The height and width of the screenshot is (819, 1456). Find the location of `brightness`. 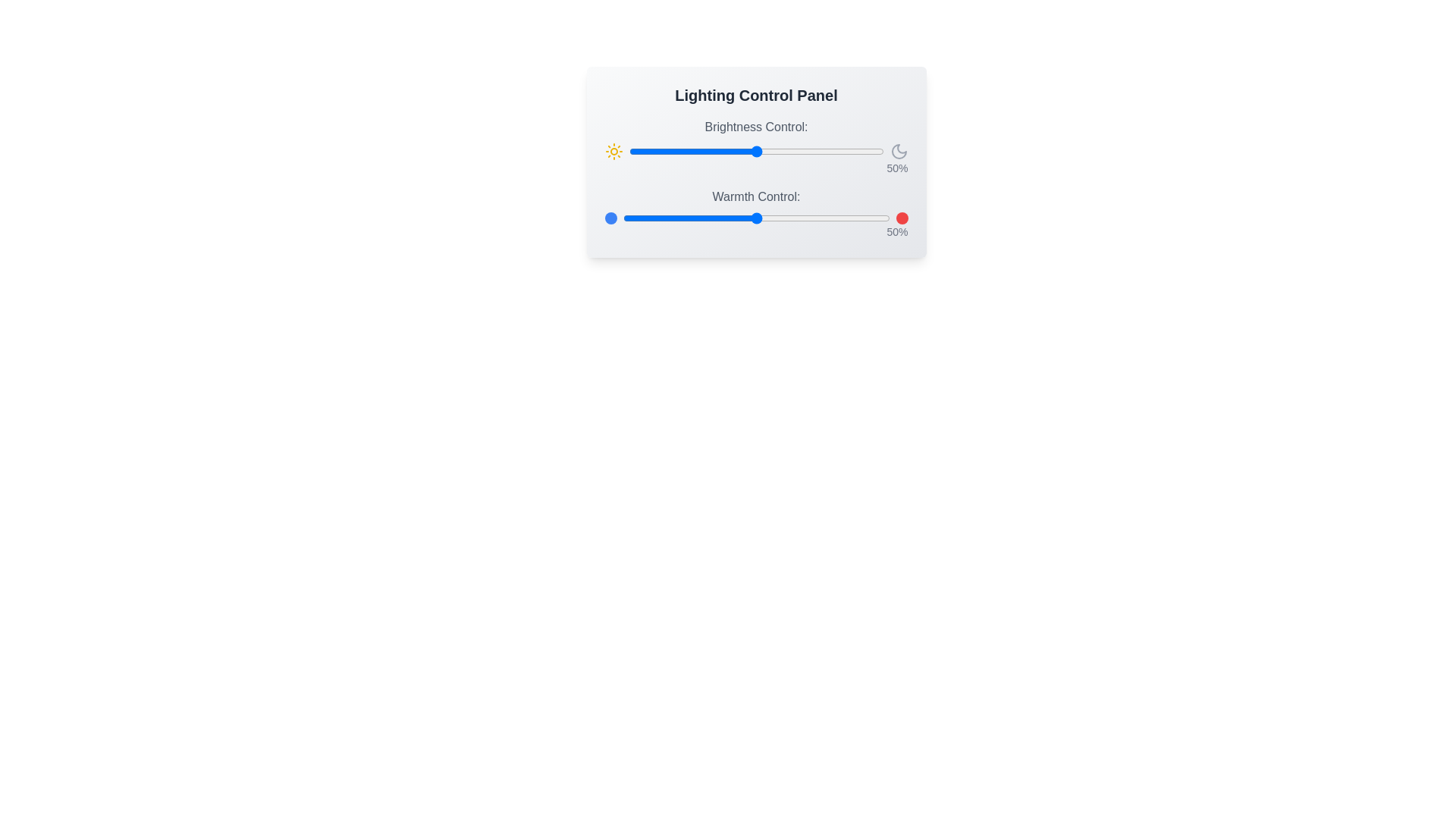

brightness is located at coordinates (754, 152).